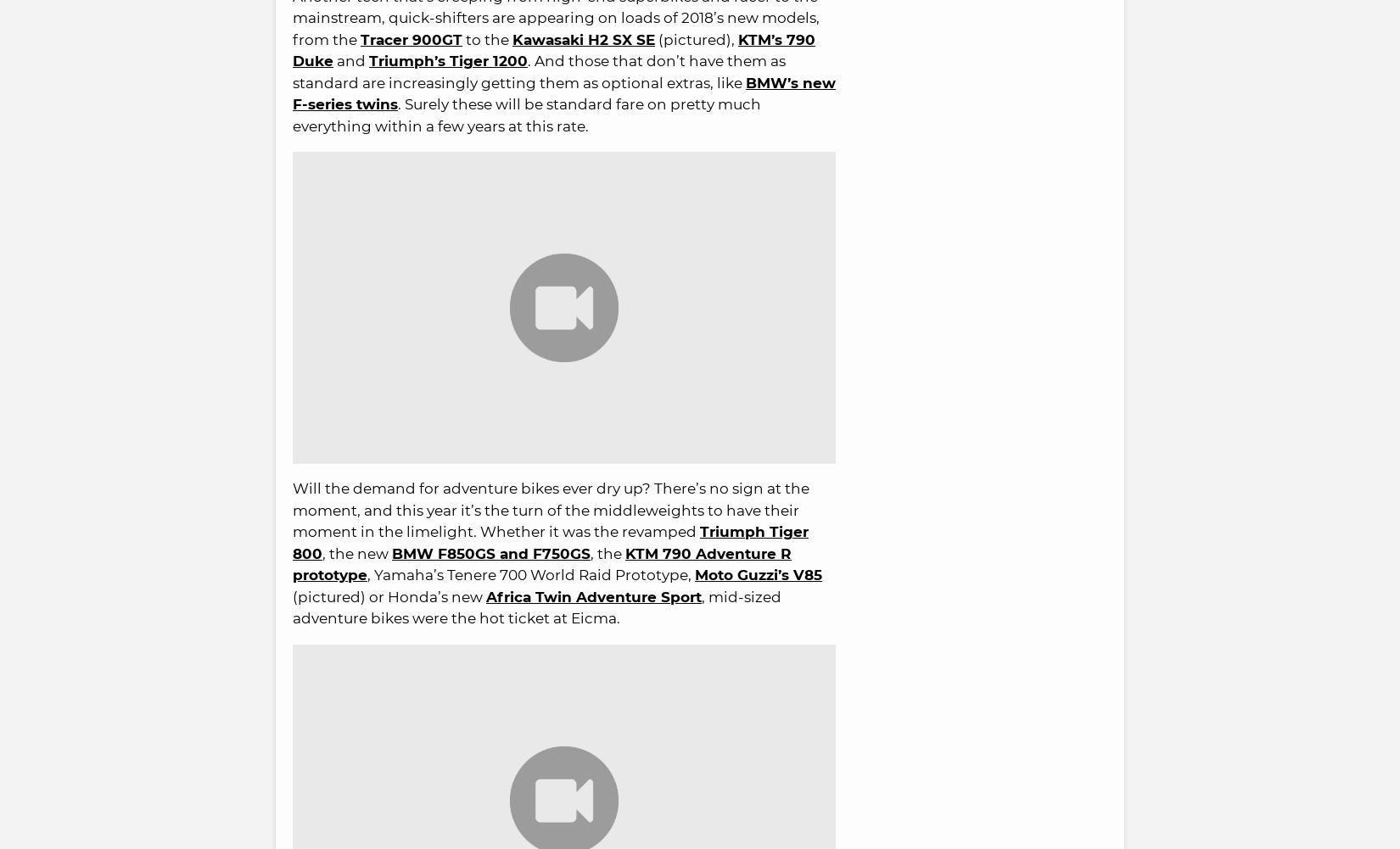  Describe the element at coordinates (356, 551) in the screenshot. I see `', the new'` at that location.